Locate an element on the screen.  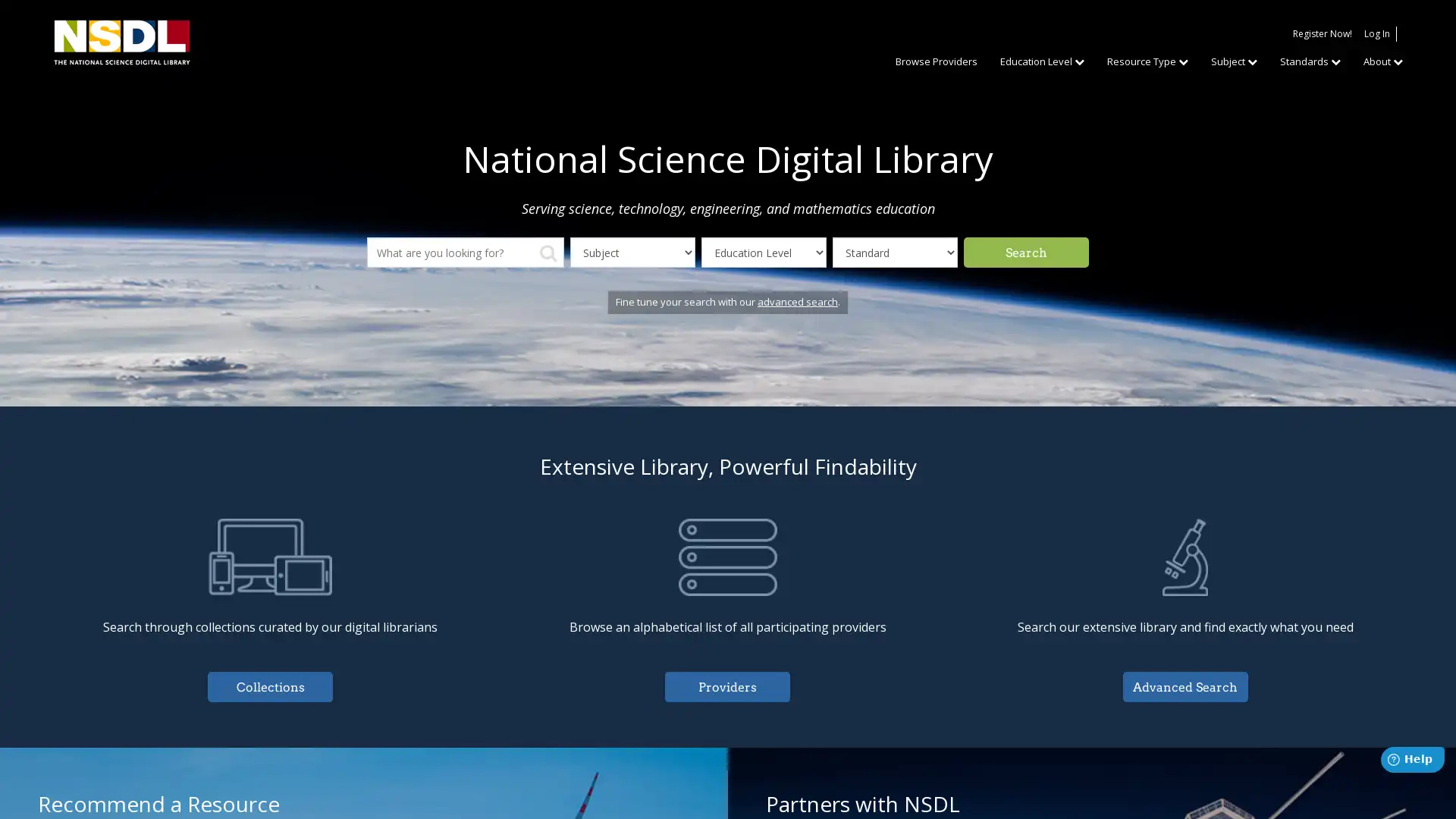
Search is located at coordinates (1026, 251).